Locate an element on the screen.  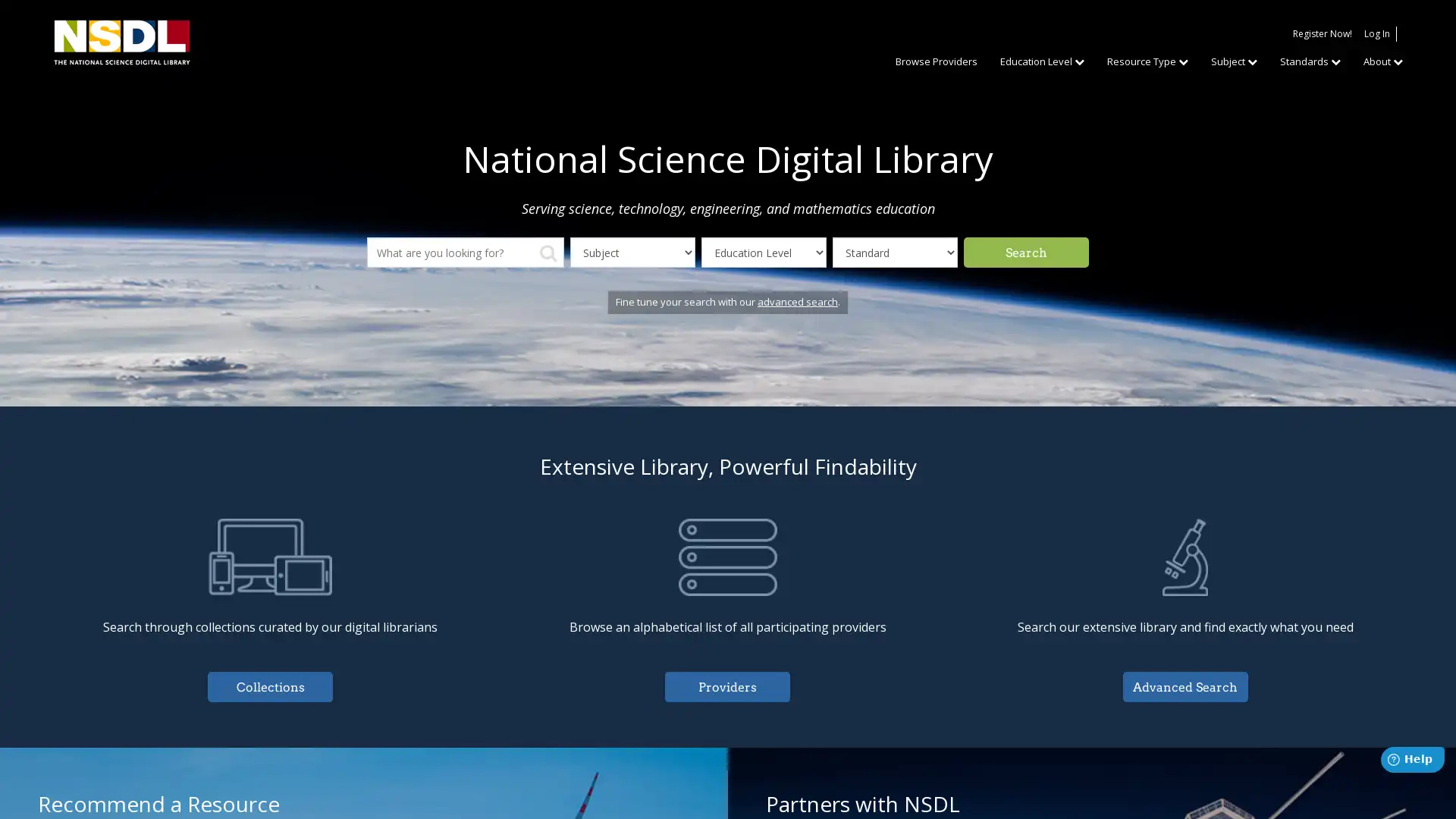
Search is located at coordinates (1026, 251).